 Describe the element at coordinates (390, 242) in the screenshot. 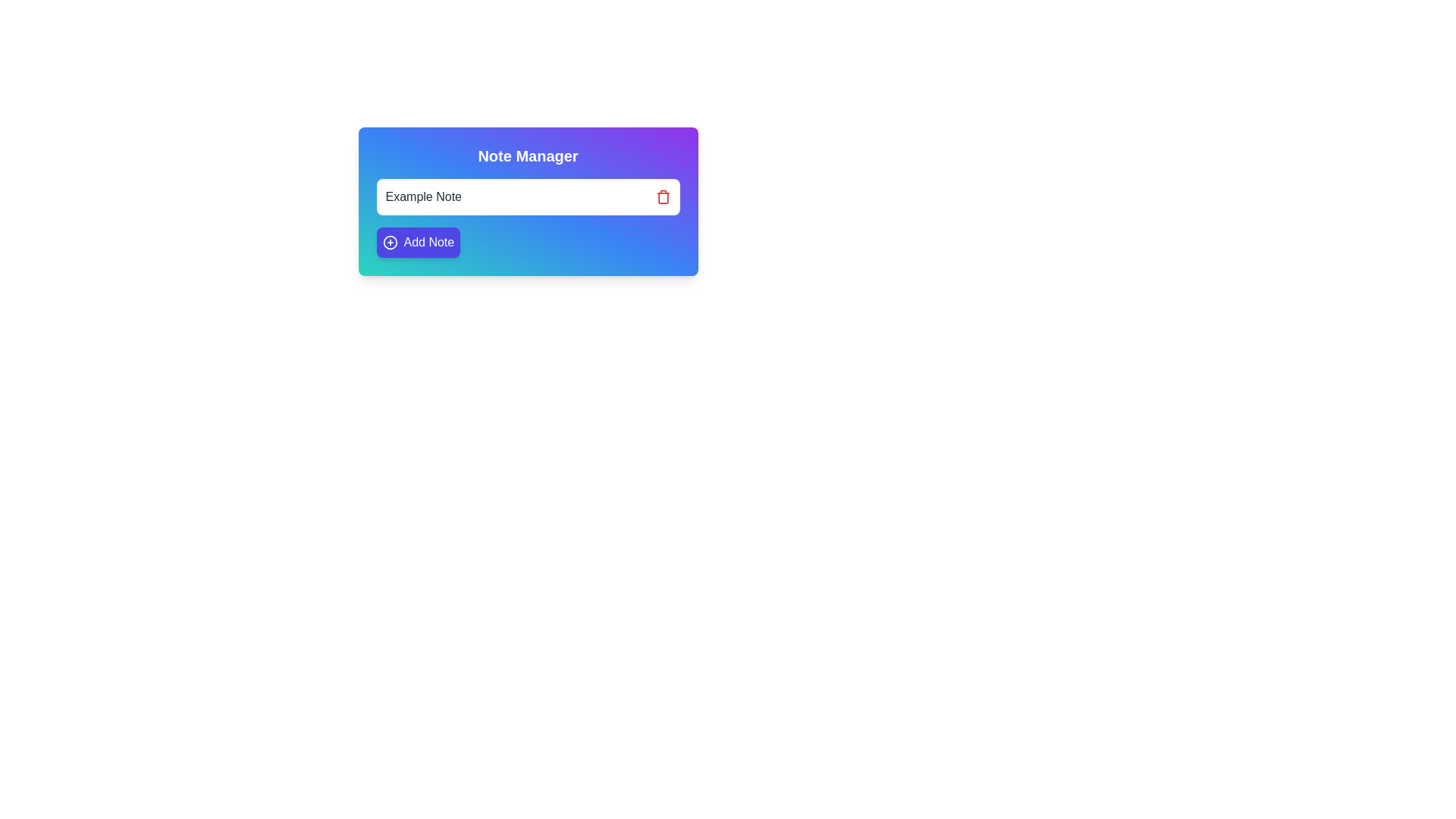

I see `the circular icon with a plus sign at its center, which is located to the left of the 'Add Note' text` at that location.